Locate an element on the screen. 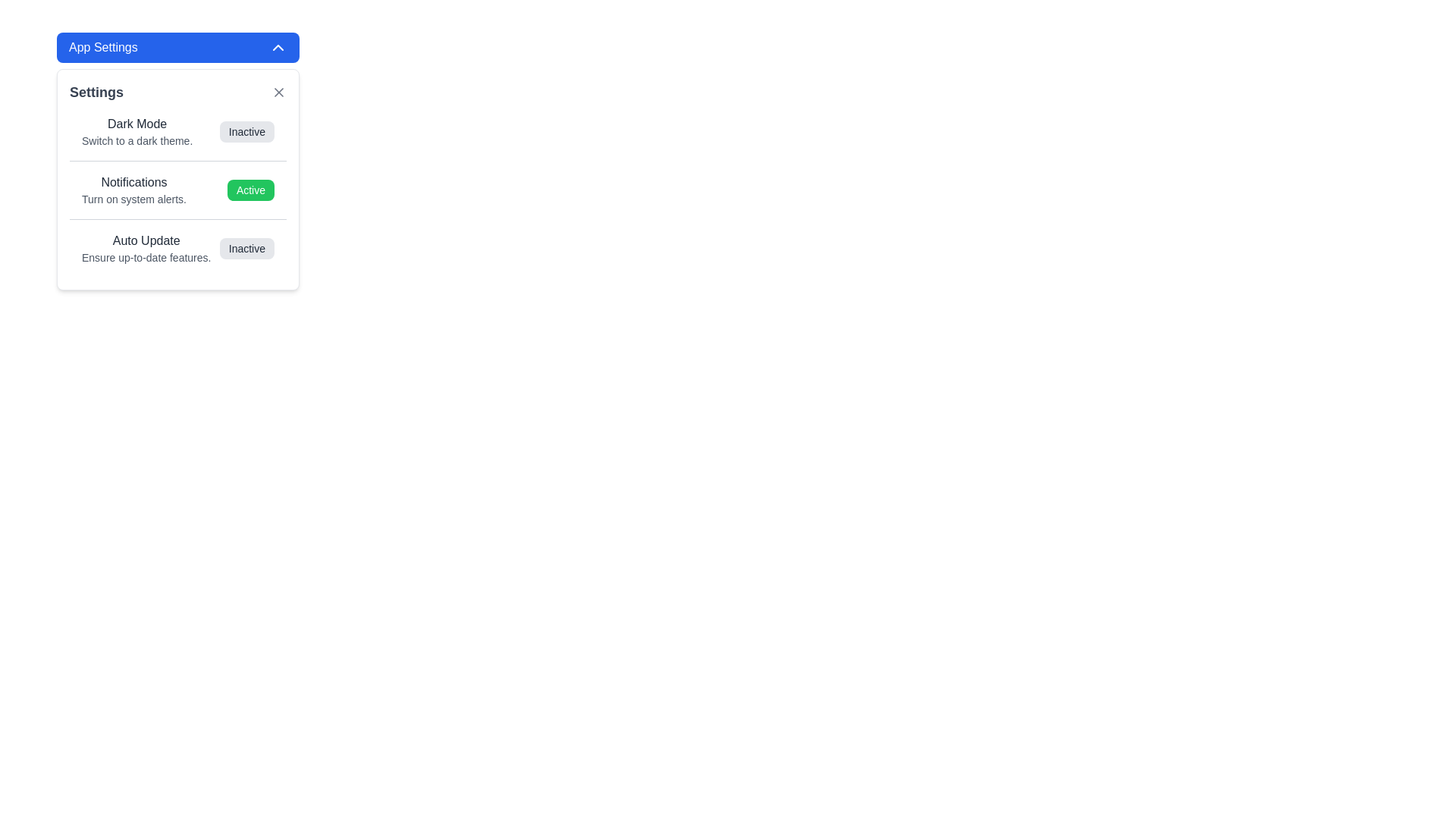 The height and width of the screenshot is (819, 1456). the 'Notifications' text label which displays 'Notifications' in dark gray and 'Turn on system alerts.' in lighter gray, located in the middle section of the app settings panel is located at coordinates (134, 189).